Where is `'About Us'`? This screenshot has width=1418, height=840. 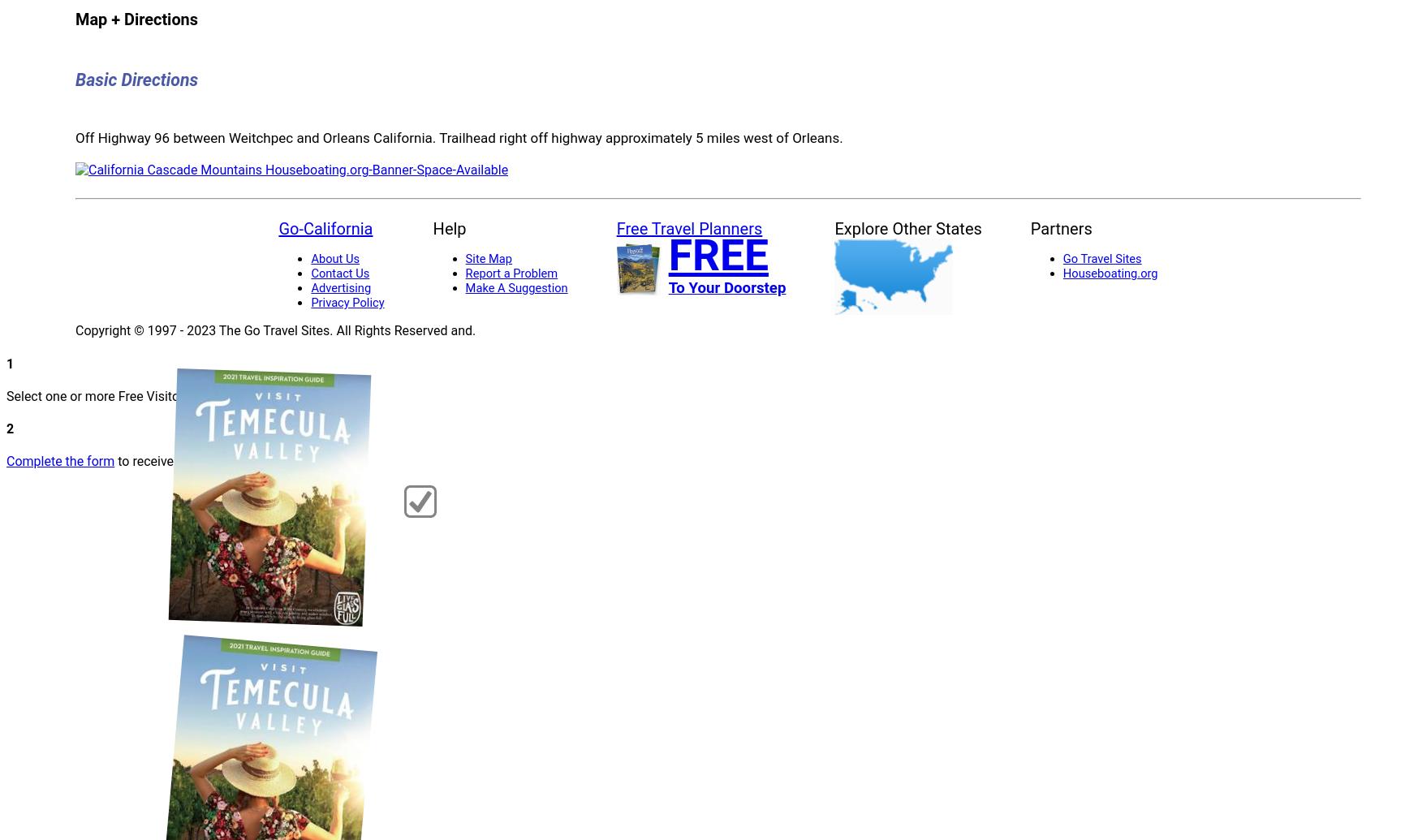 'About Us' is located at coordinates (334, 258).